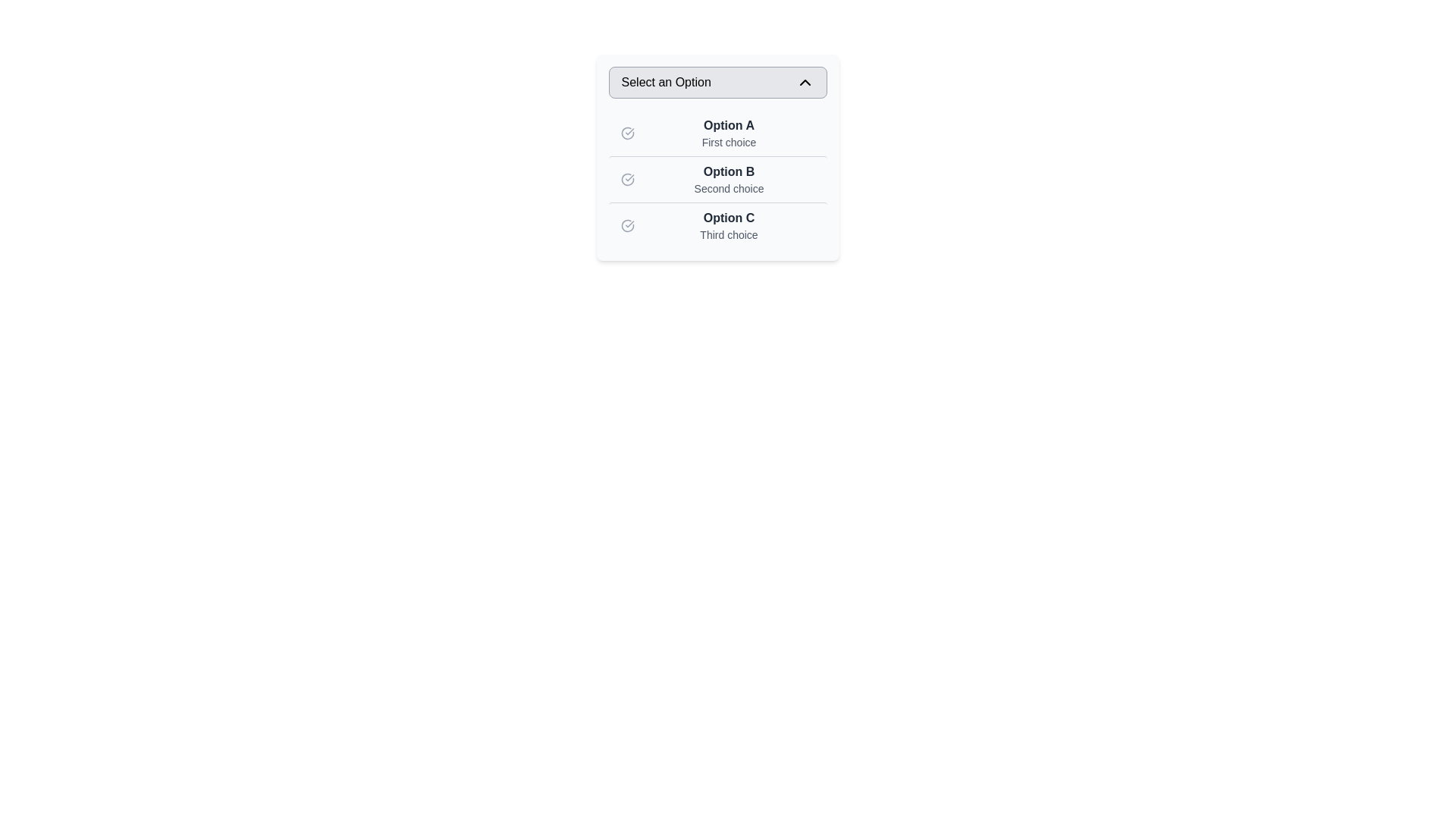 The image size is (1456, 819). Describe the element at coordinates (729, 225) in the screenshot. I see `the list item titled 'Option C' with subtitle 'Third choice'` at that location.